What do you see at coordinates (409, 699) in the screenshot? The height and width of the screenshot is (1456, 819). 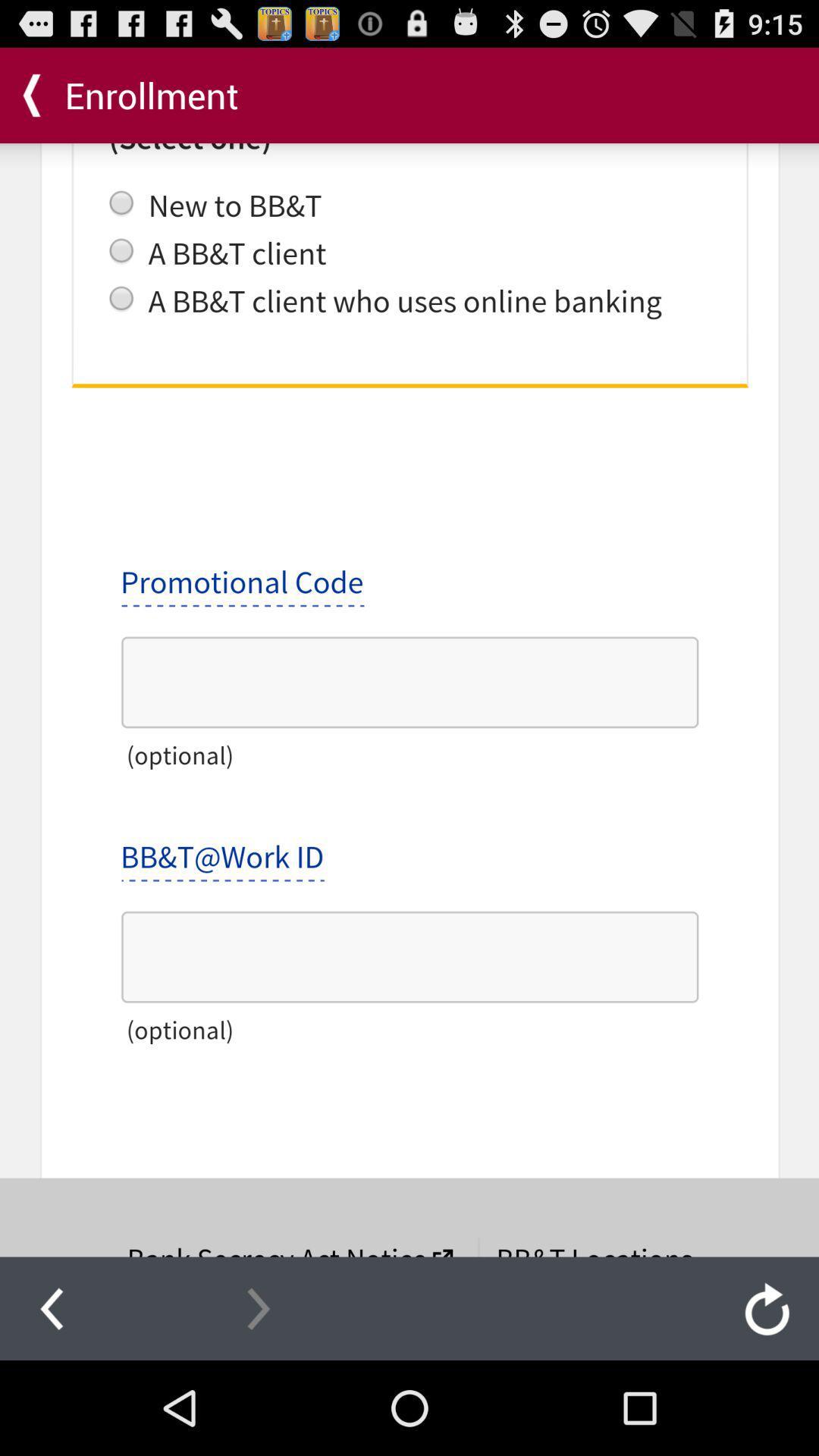 I see `information` at bounding box center [409, 699].